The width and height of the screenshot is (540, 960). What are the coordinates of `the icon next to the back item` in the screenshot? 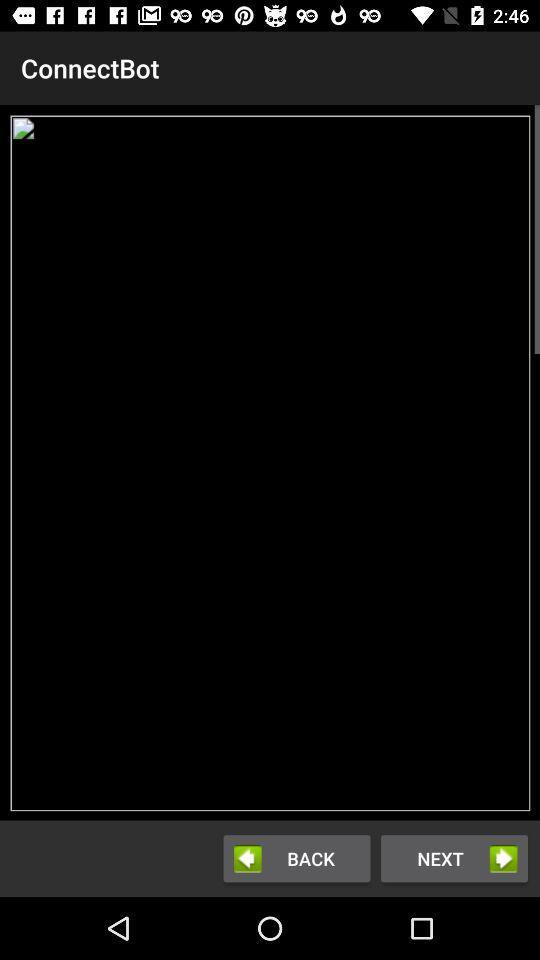 It's located at (454, 857).